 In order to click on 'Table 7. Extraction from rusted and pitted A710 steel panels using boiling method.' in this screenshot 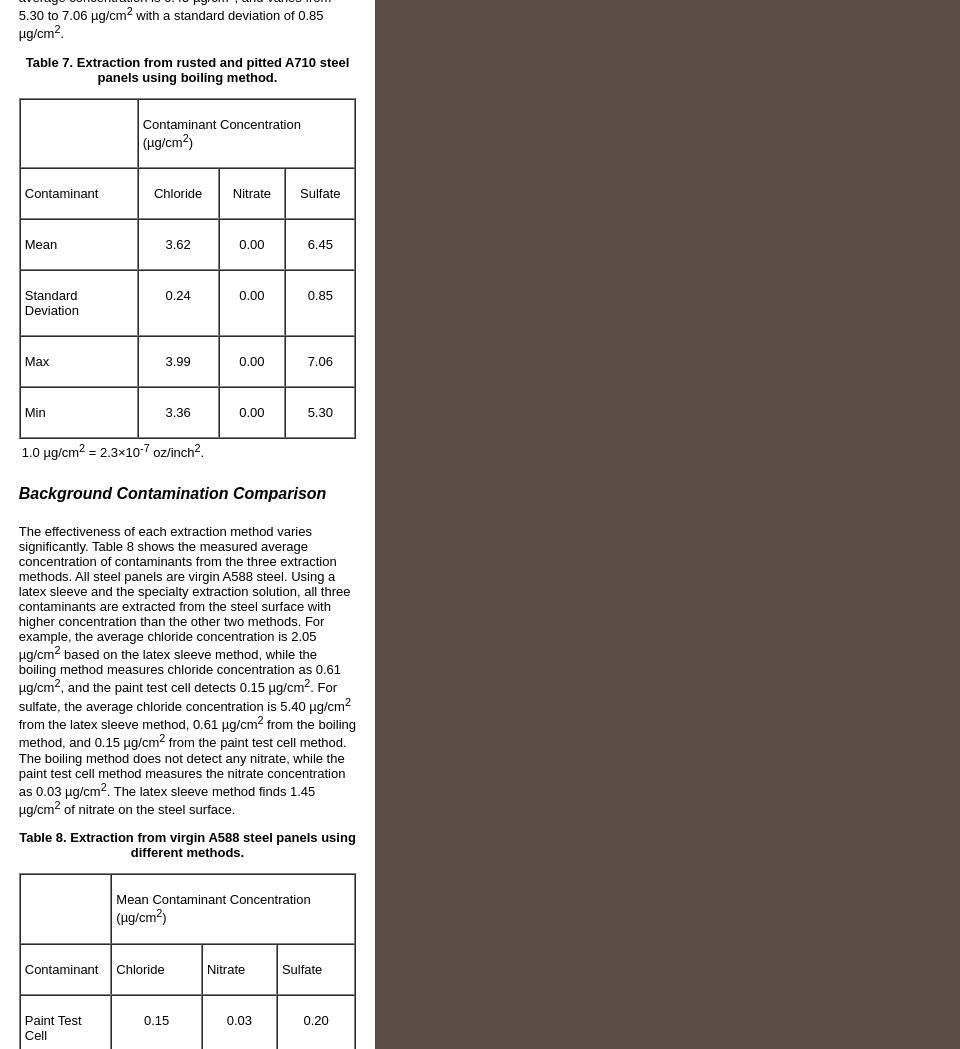, I will do `click(187, 69)`.